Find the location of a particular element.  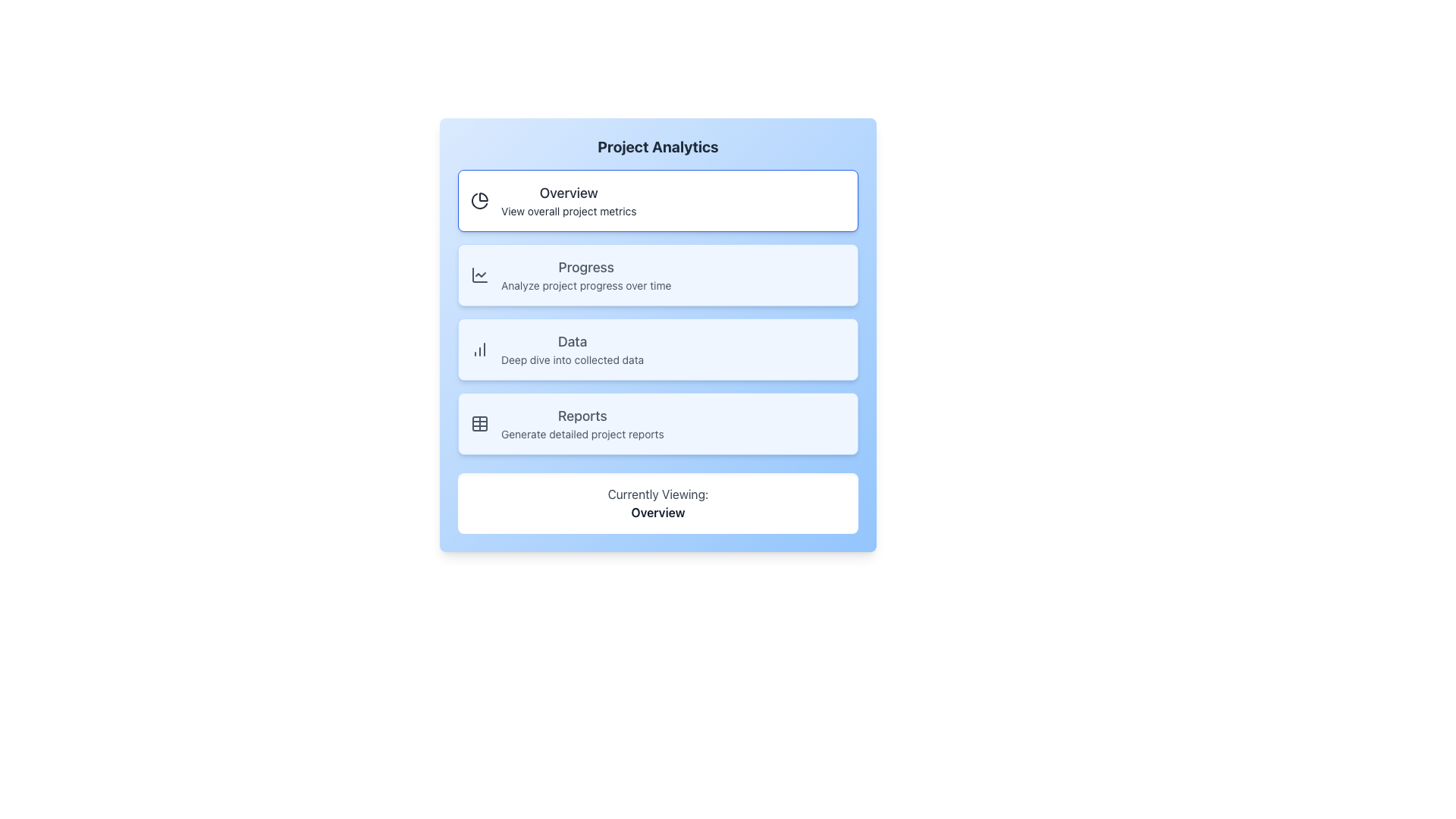

the text label that reads 'Currently Viewing:', which is styled in gray and positioned above the 'Overview' label is located at coordinates (658, 494).